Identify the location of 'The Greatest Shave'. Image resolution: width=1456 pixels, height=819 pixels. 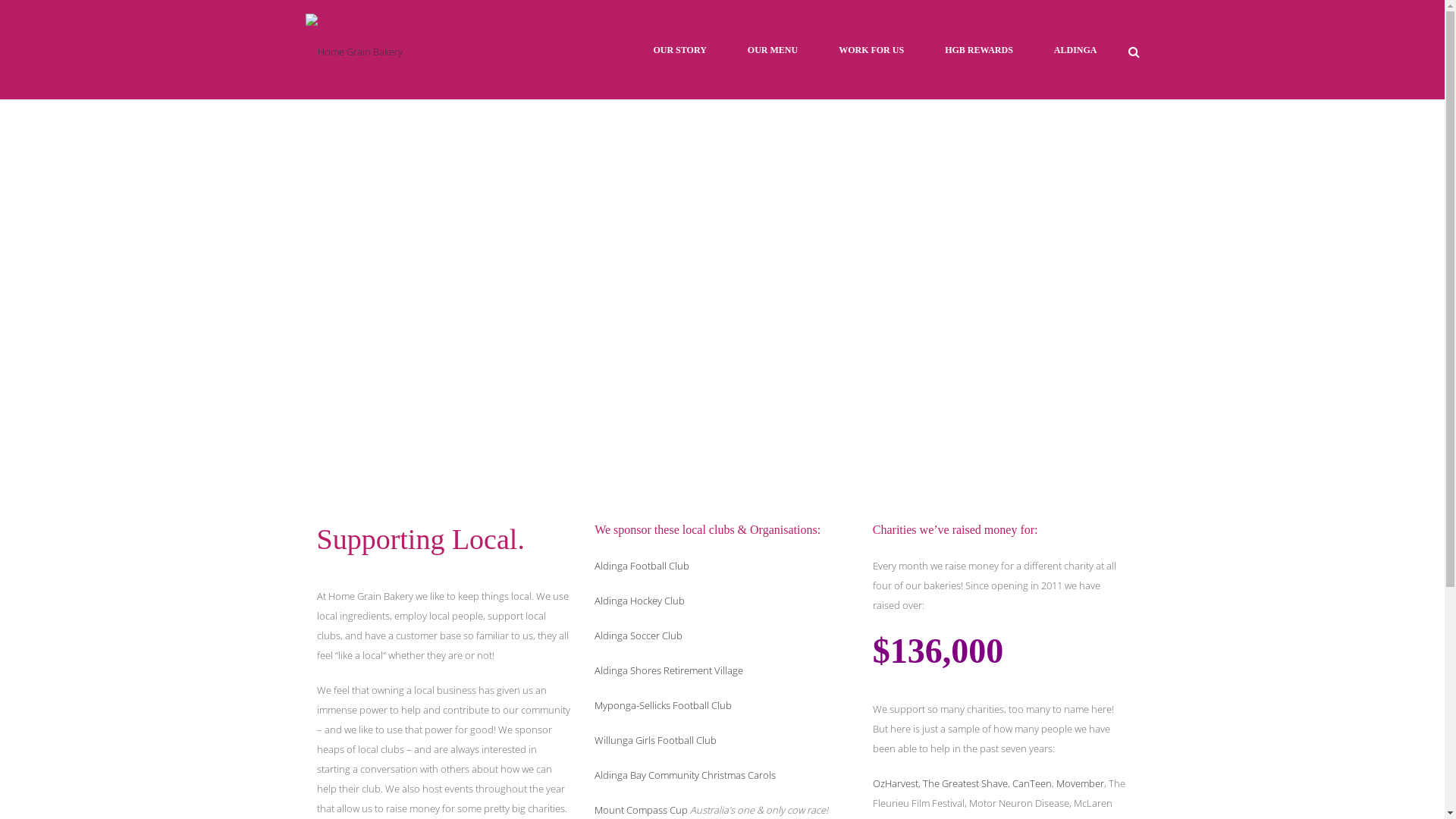
(964, 783).